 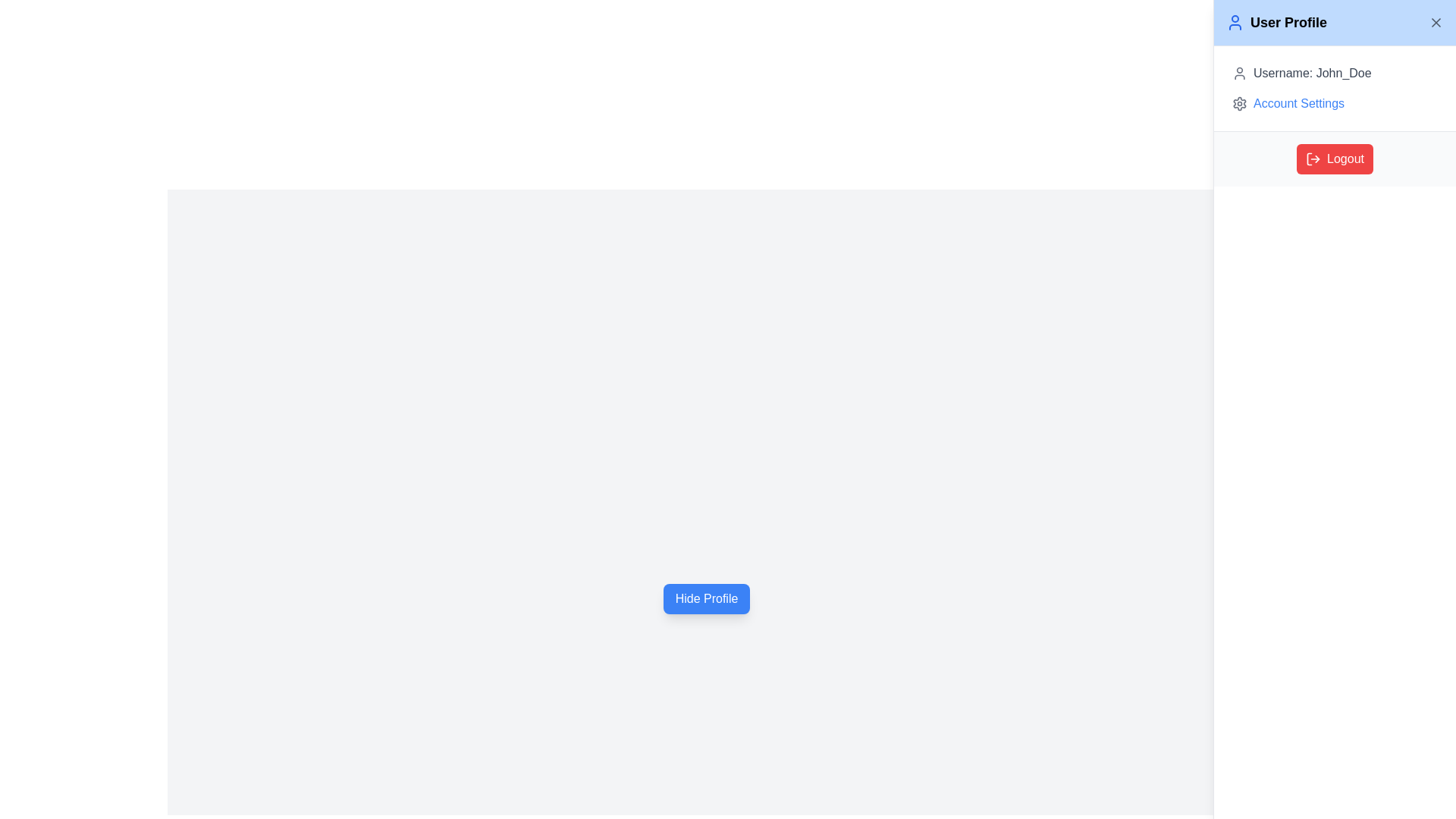 What do you see at coordinates (1240, 73) in the screenshot?
I see `the small user icon representative of a profile, which features a circular head shape and torso outlined in clean lines, located to the left of the username 'John_Doe'` at bounding box center [1240, 73].